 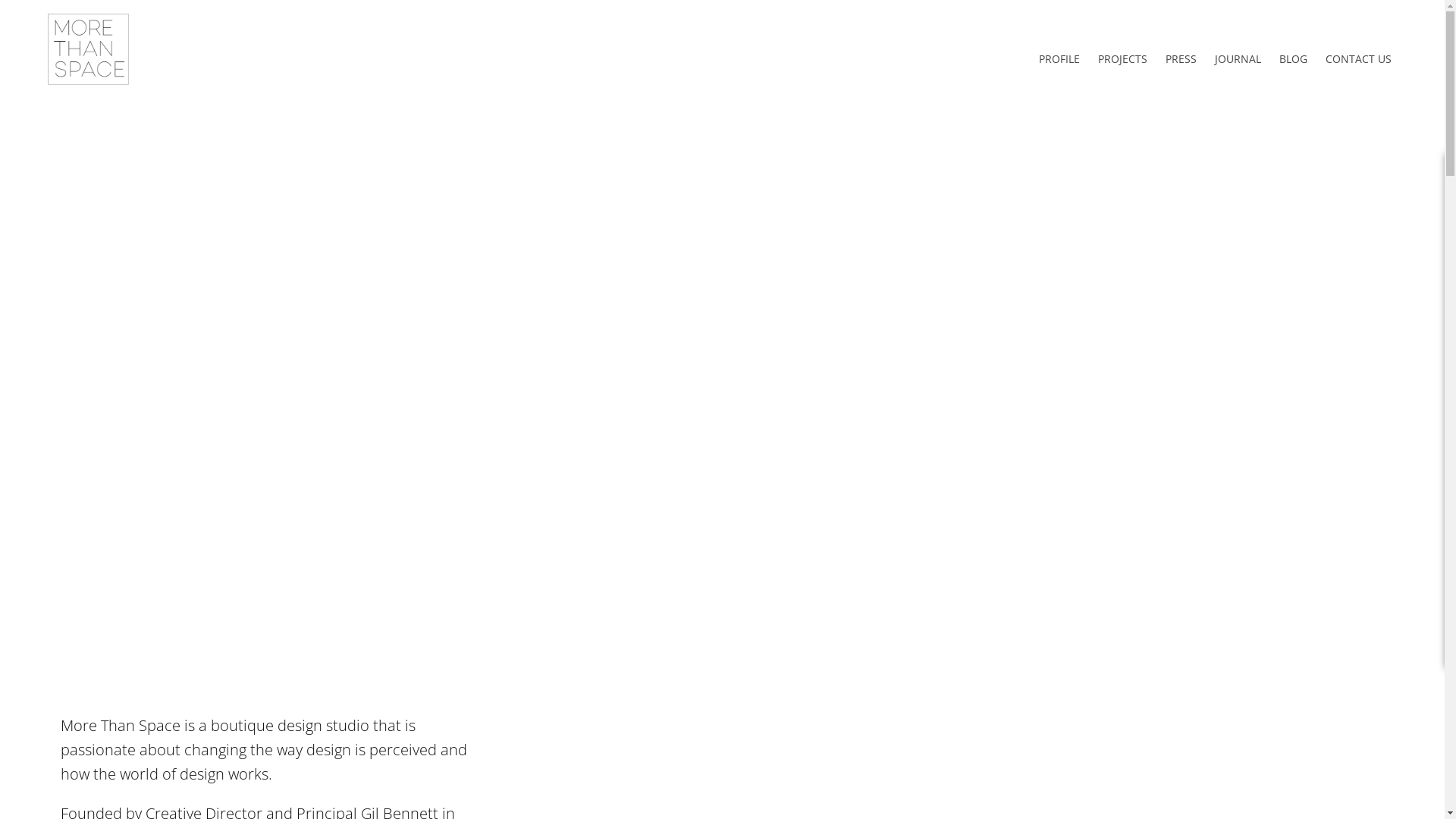 What do you see at coordinates (1238, 58) in the screenshot?
I see `'JOURNAL'` at bounding box center [1238, 58].